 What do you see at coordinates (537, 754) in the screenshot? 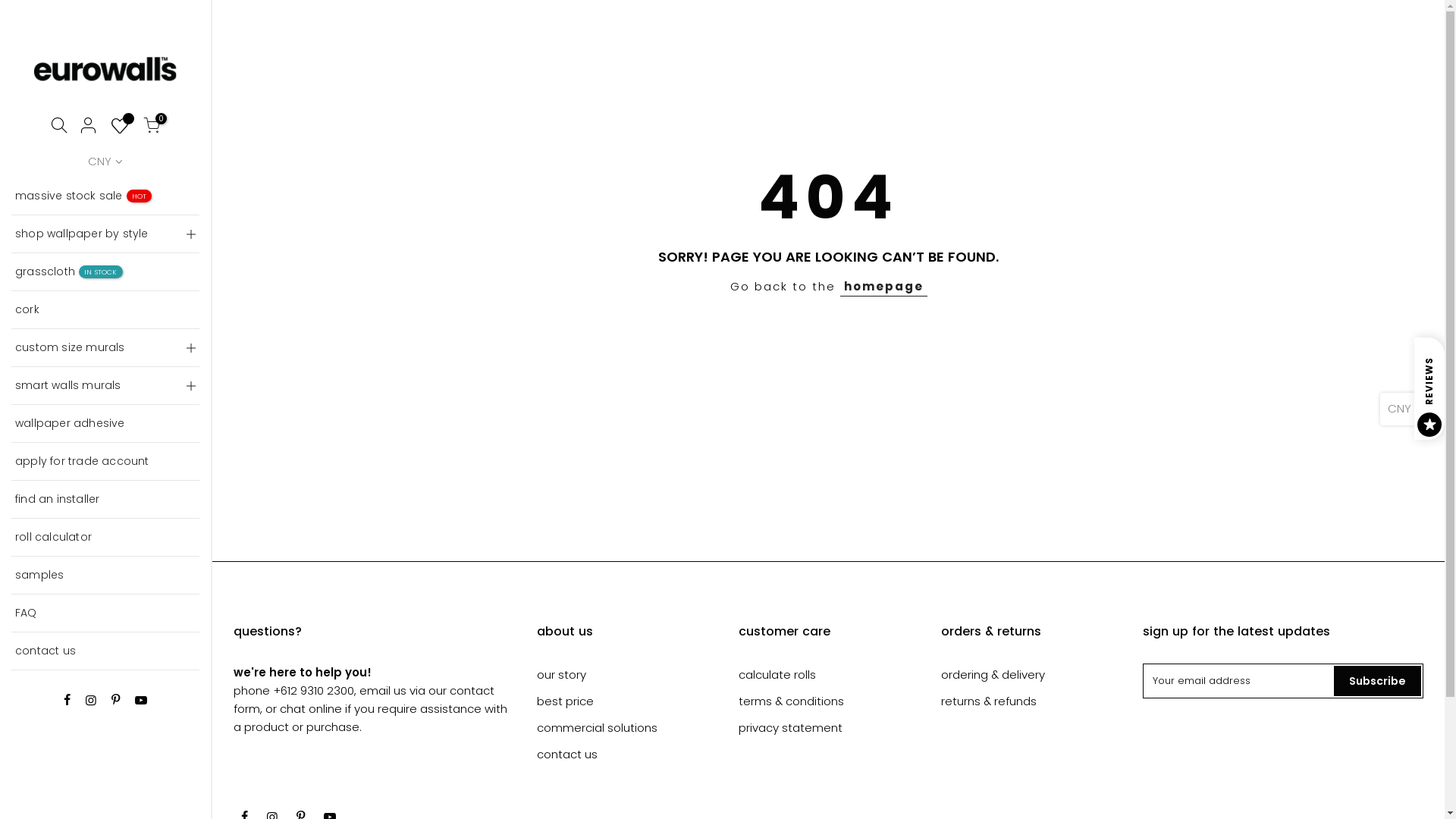
I see `'contact us'` at bounding box center [537, 754].